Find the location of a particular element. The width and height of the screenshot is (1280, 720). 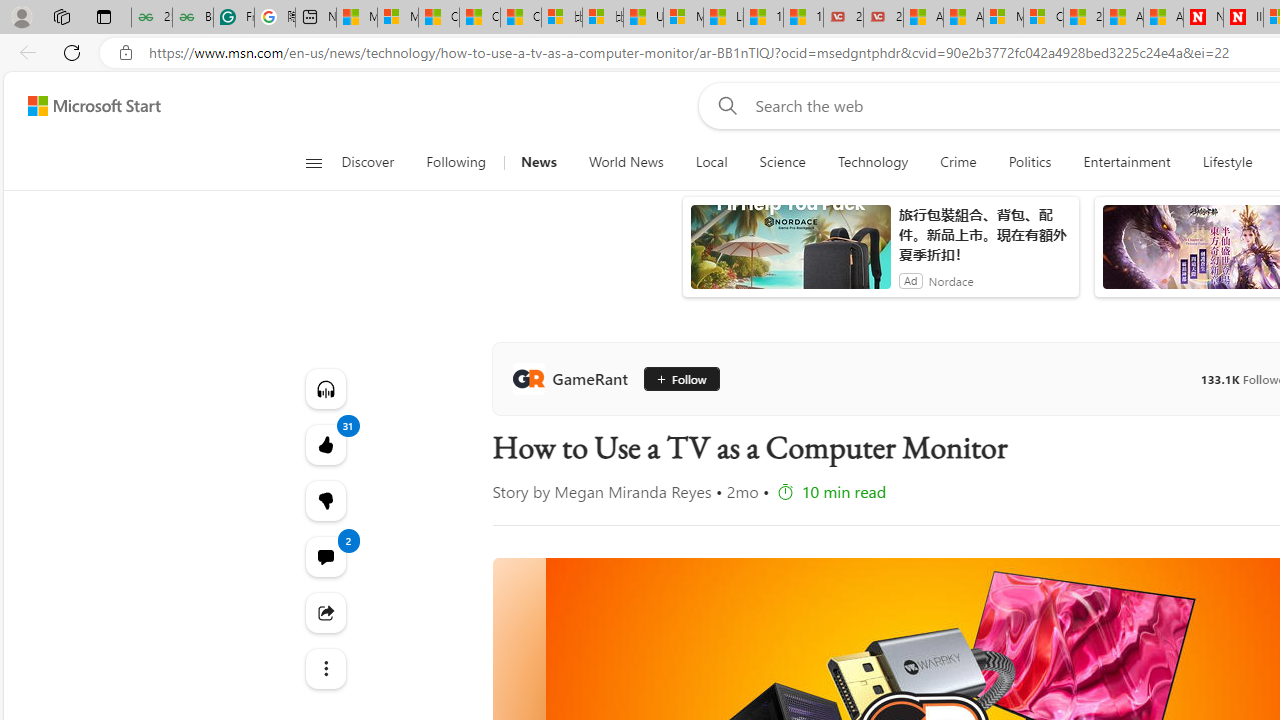

'Lifestyle' is located at coordinates (1226, 162).